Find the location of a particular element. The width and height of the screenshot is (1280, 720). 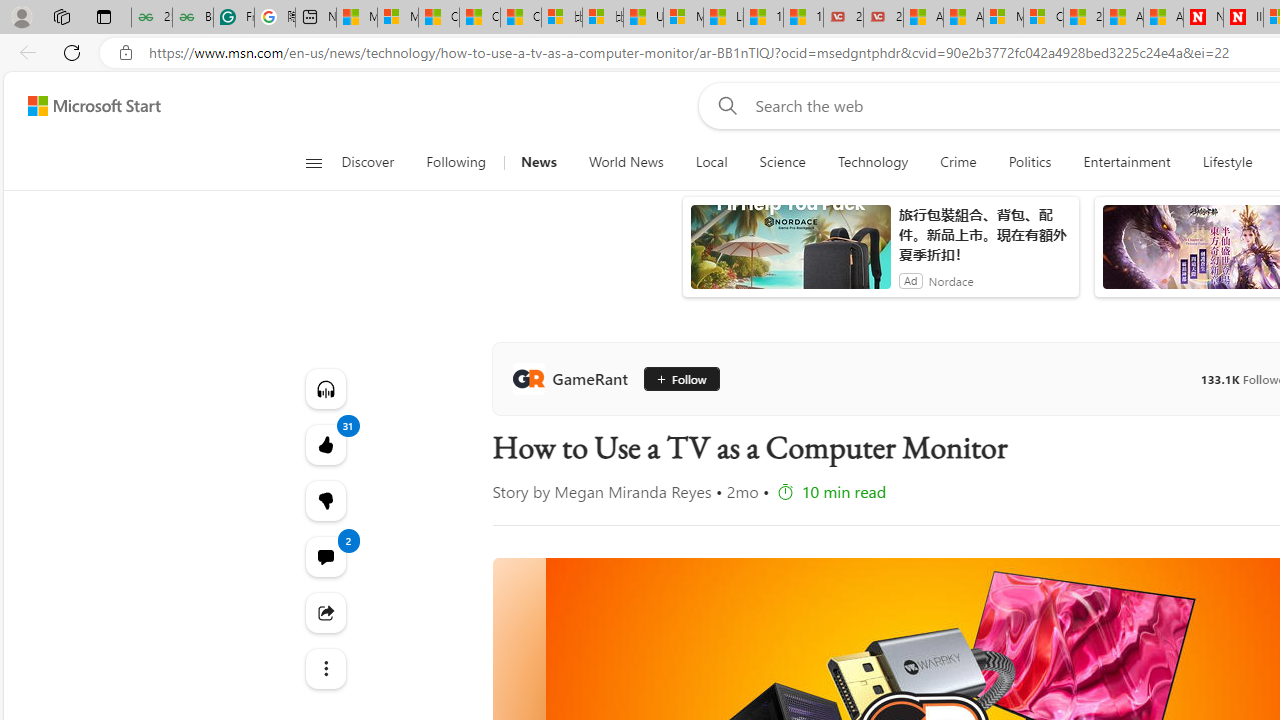

'Lifestyle' is located at coordinates (1226, 162).